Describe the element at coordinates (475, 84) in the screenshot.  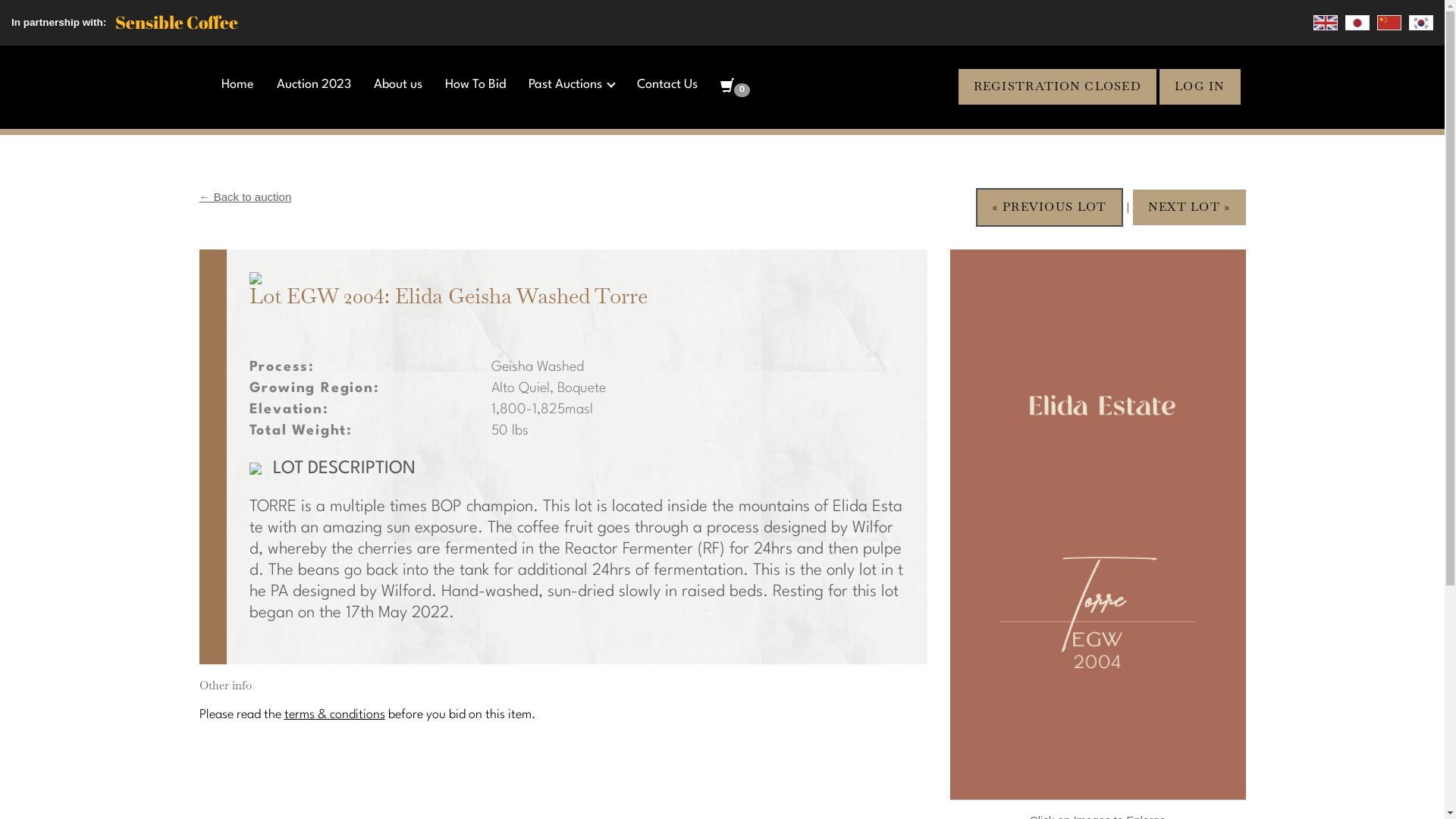
I see `'How To Bid'` at that location.